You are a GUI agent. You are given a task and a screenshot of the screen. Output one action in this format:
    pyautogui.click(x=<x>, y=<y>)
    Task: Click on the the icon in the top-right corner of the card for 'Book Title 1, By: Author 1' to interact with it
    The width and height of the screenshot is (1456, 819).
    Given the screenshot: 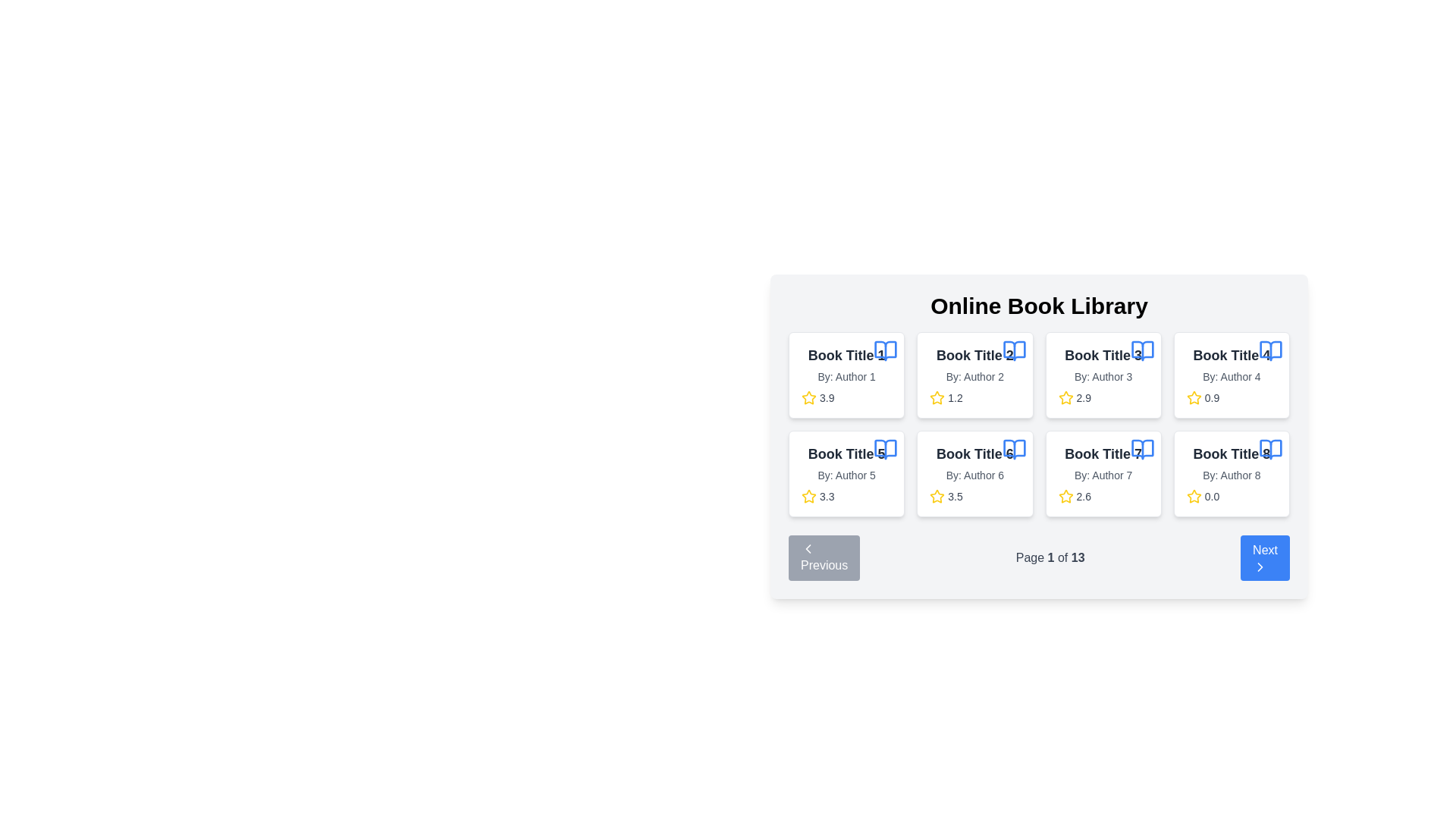 What is the action you would take?
    pyautogui.click(x=886, y=350)
    